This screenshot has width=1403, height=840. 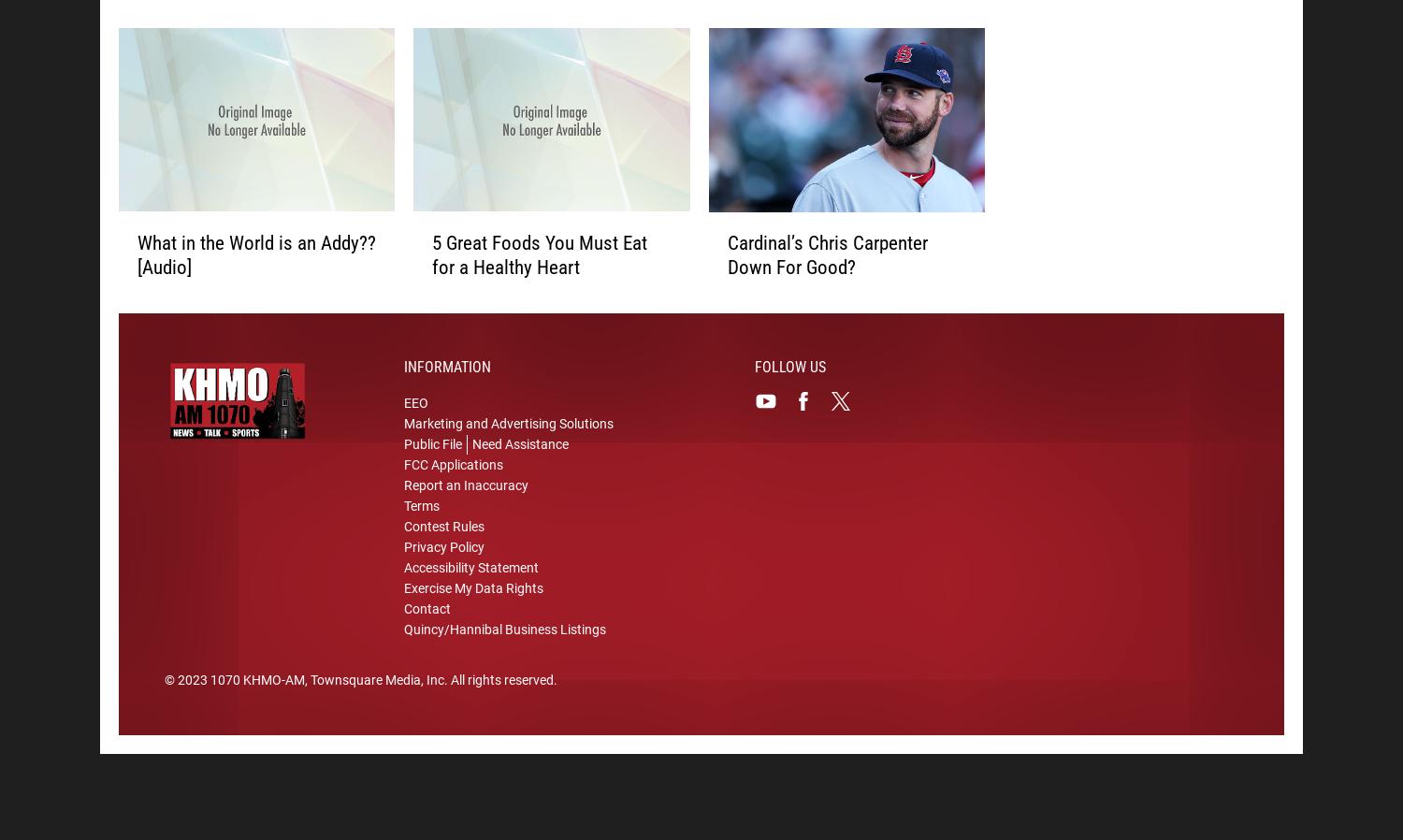 I want to click on 'Contact', so click(x=427, y=611).